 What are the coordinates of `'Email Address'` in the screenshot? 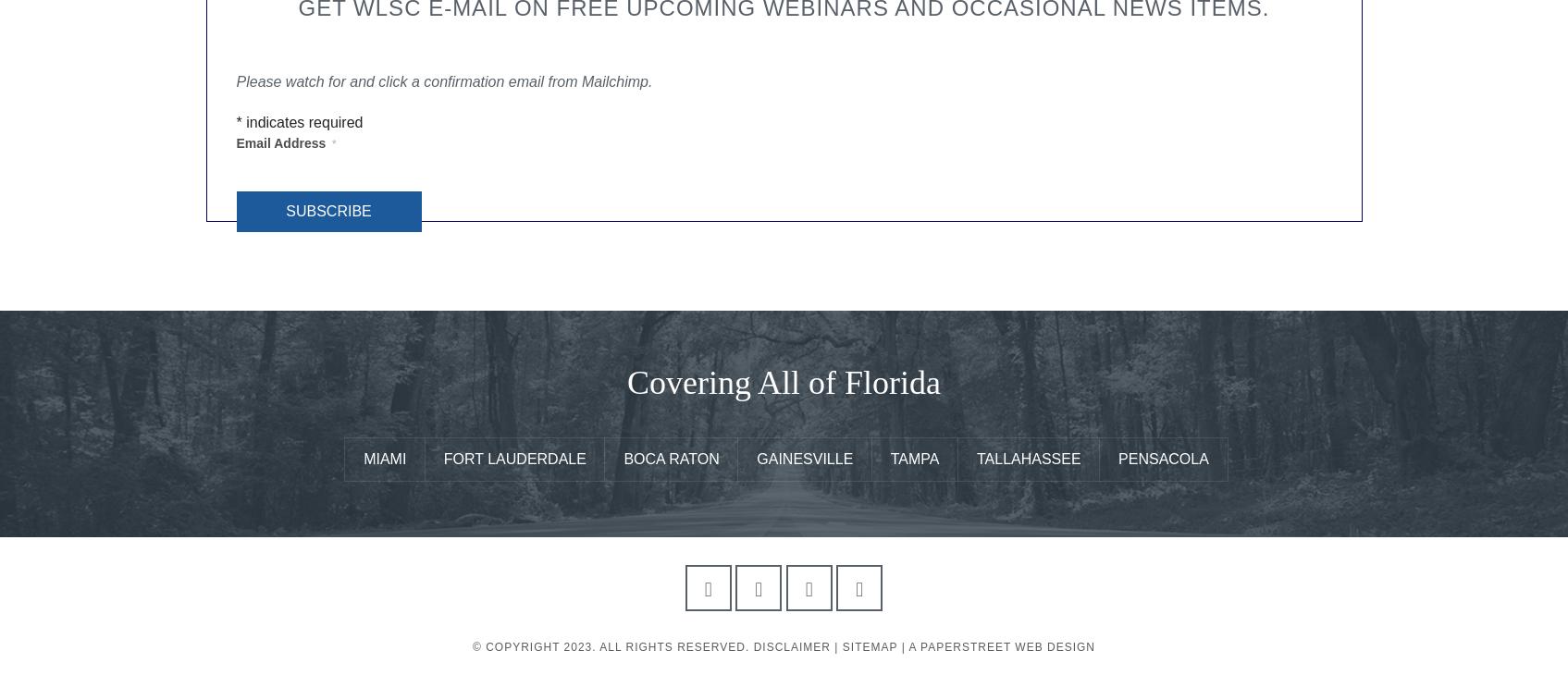 It's located at (234, 141).